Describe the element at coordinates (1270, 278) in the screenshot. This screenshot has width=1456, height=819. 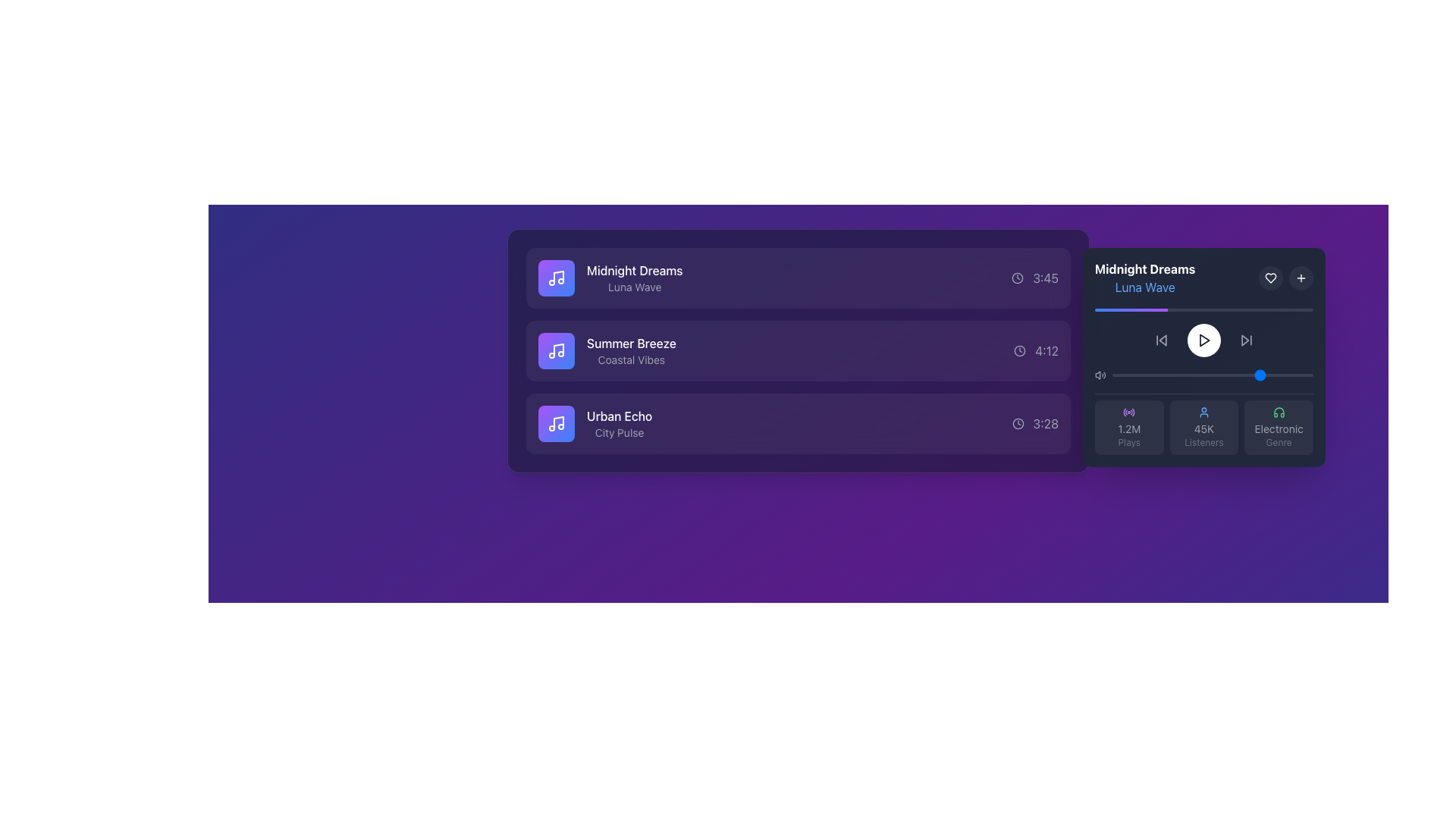
I see `the heart-shaped icon button in the top-right section of the music playback control panel` at that location.